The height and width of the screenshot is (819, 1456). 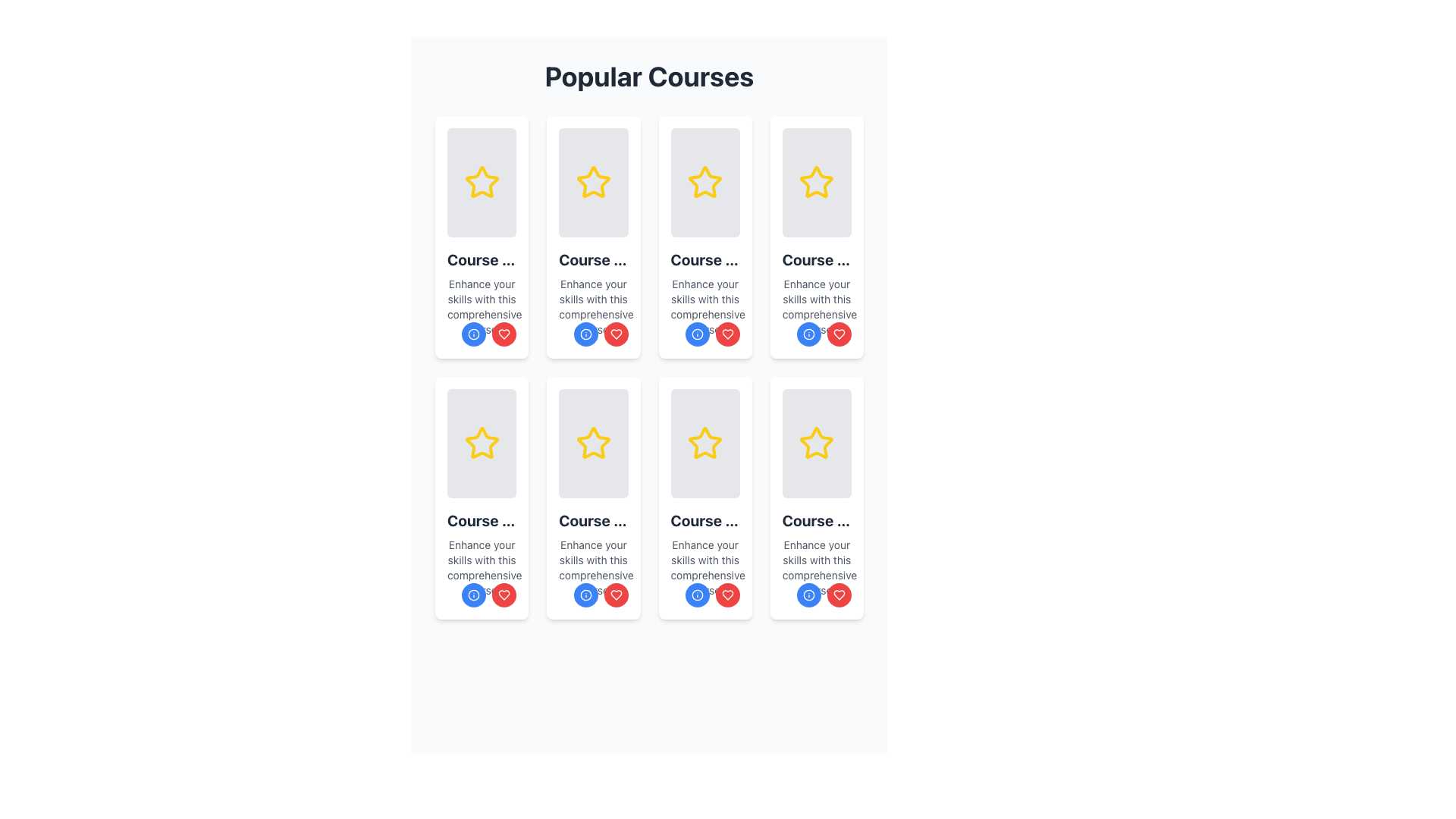 I want to click on text 'Enhance your skills with this comprehensive course.' located in the eighth card of the grid layout, positioned below 'Course Title 8', so click(x=816, y=567).